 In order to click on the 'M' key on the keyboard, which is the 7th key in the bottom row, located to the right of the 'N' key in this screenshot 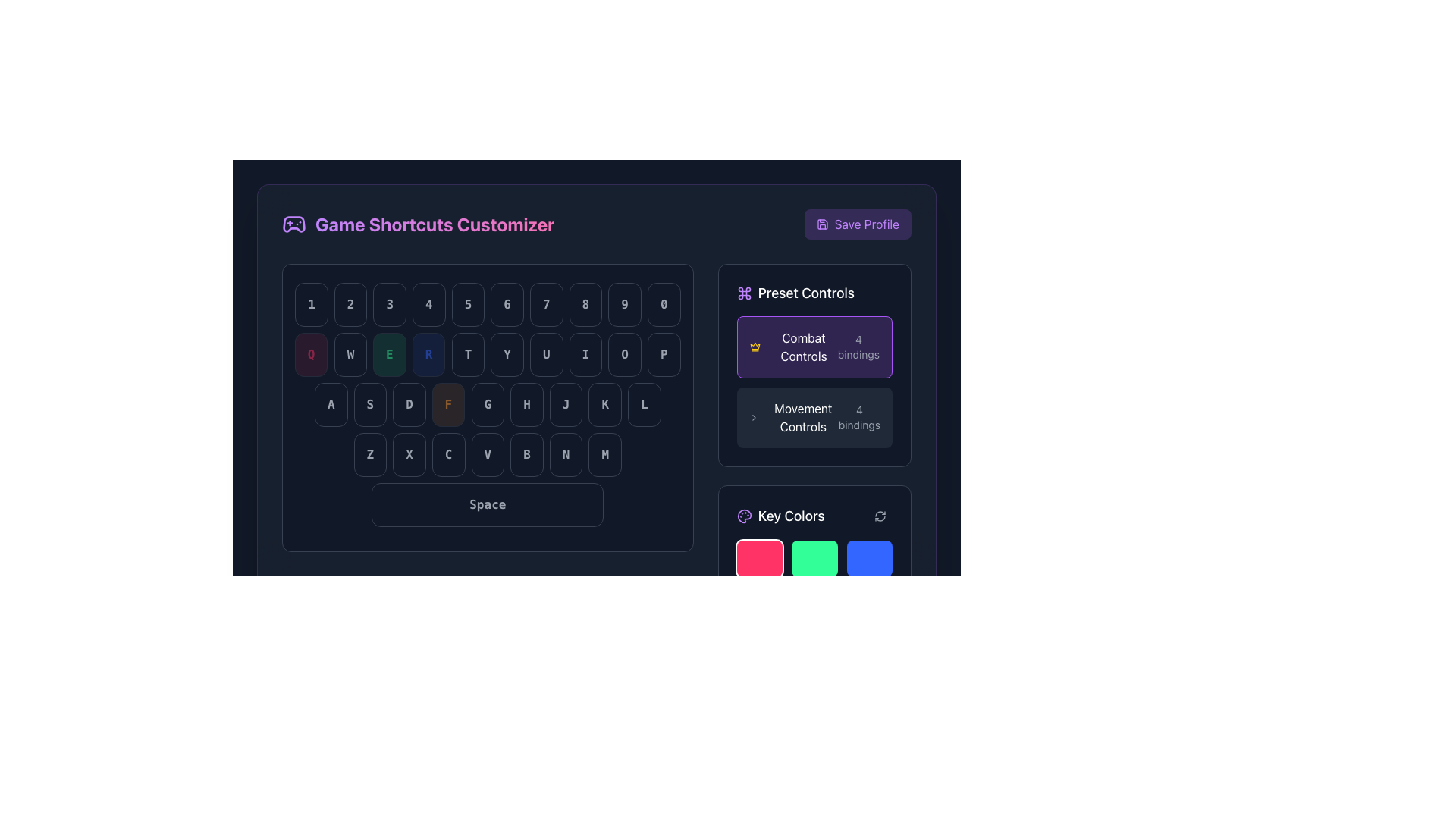, I will do `click(604, 454)`.